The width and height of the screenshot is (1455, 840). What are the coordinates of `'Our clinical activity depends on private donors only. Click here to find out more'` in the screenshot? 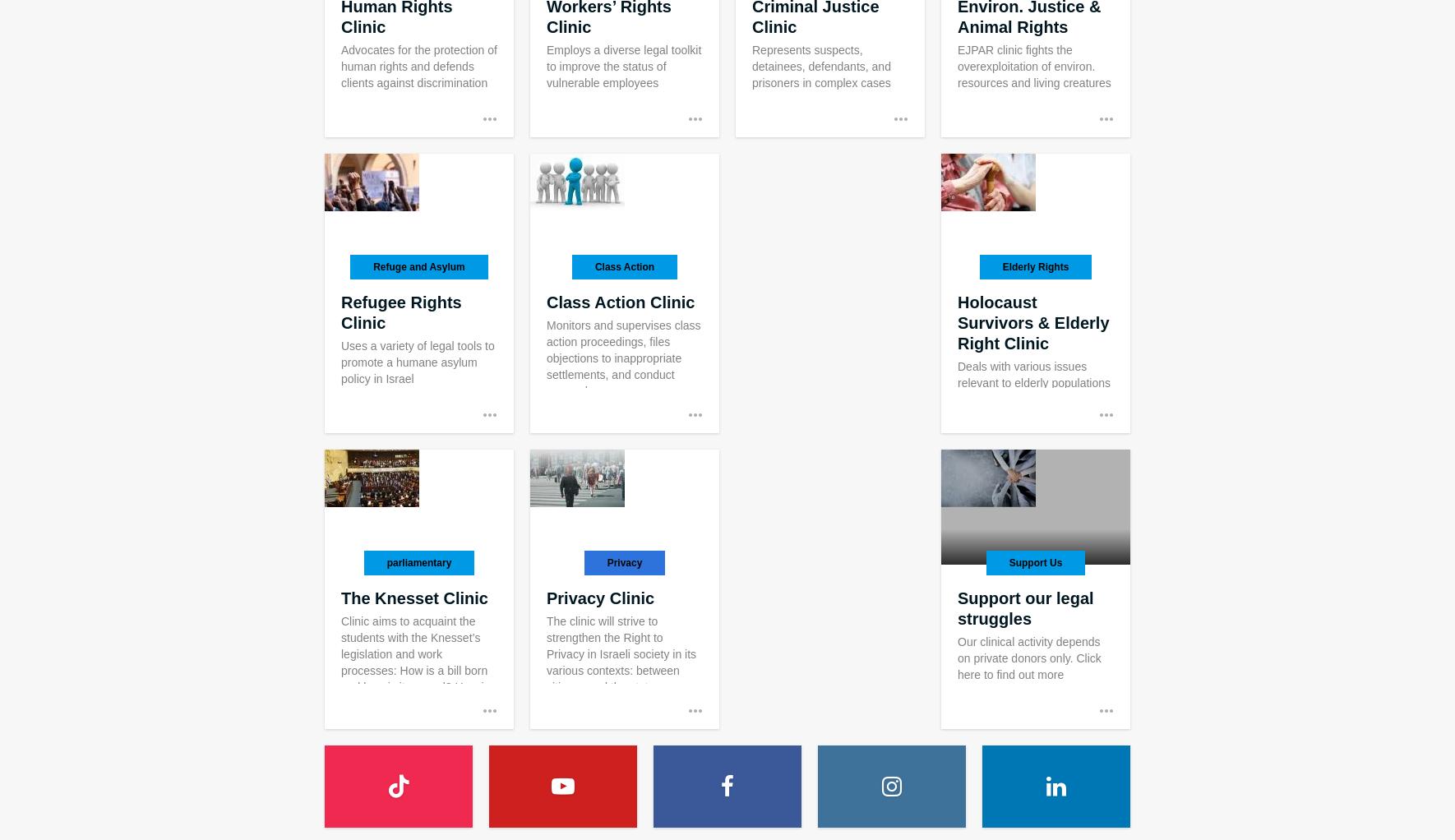 It's located at (1028, 658).